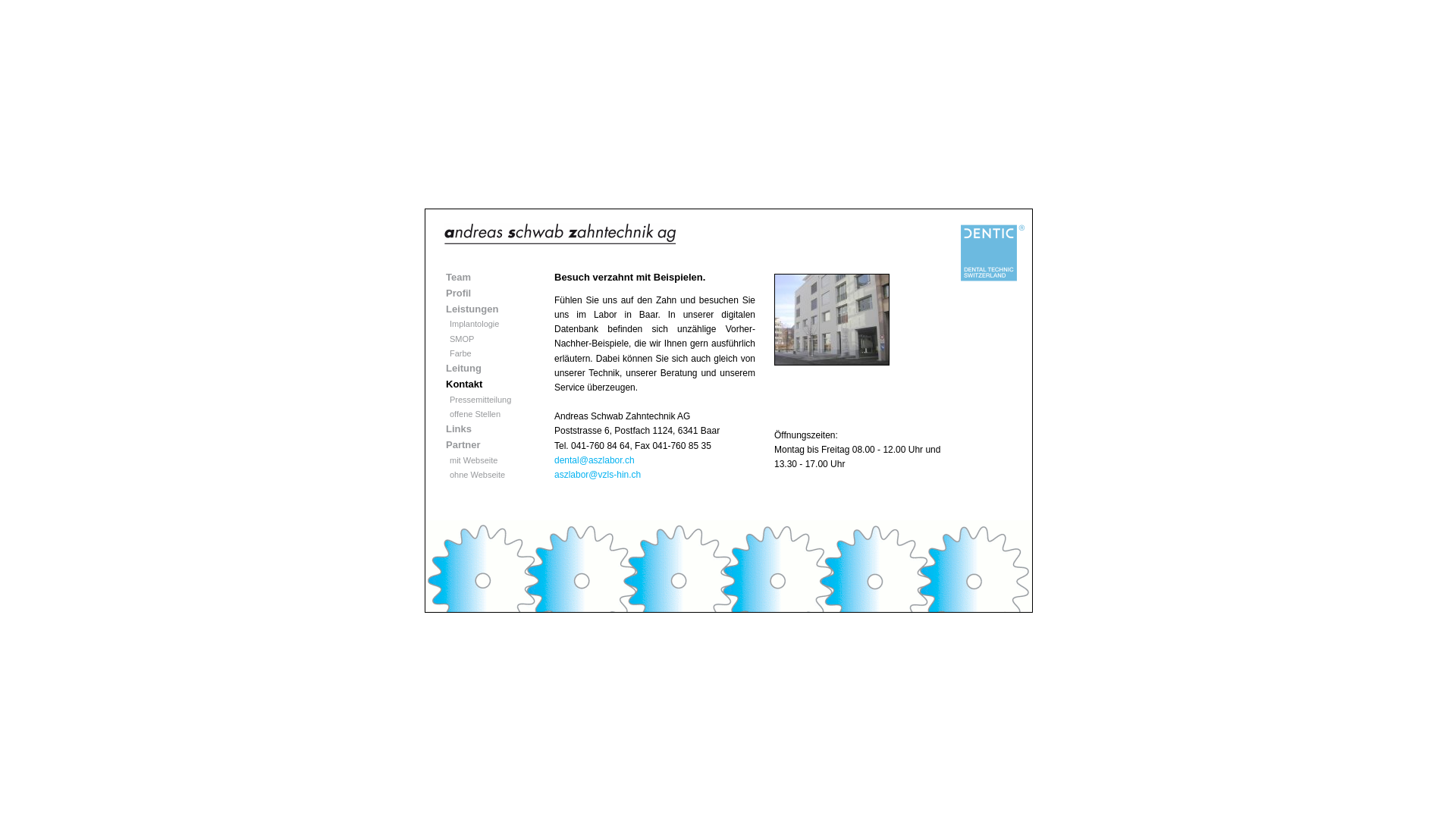  I want to click on 'Partner', so click(462, 444).